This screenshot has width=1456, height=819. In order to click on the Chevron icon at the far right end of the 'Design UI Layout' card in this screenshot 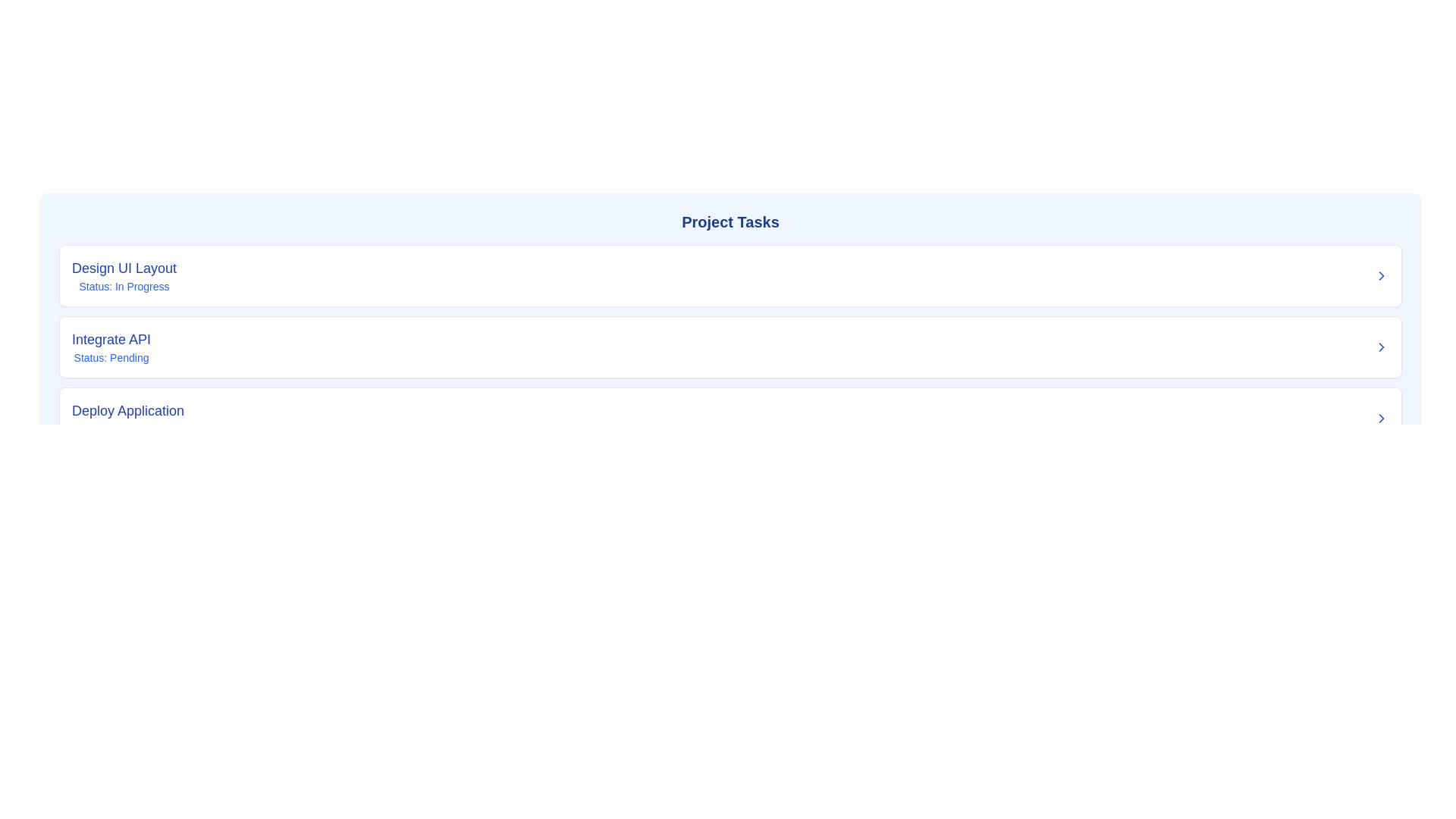, I will do `click(1382, 275)`.